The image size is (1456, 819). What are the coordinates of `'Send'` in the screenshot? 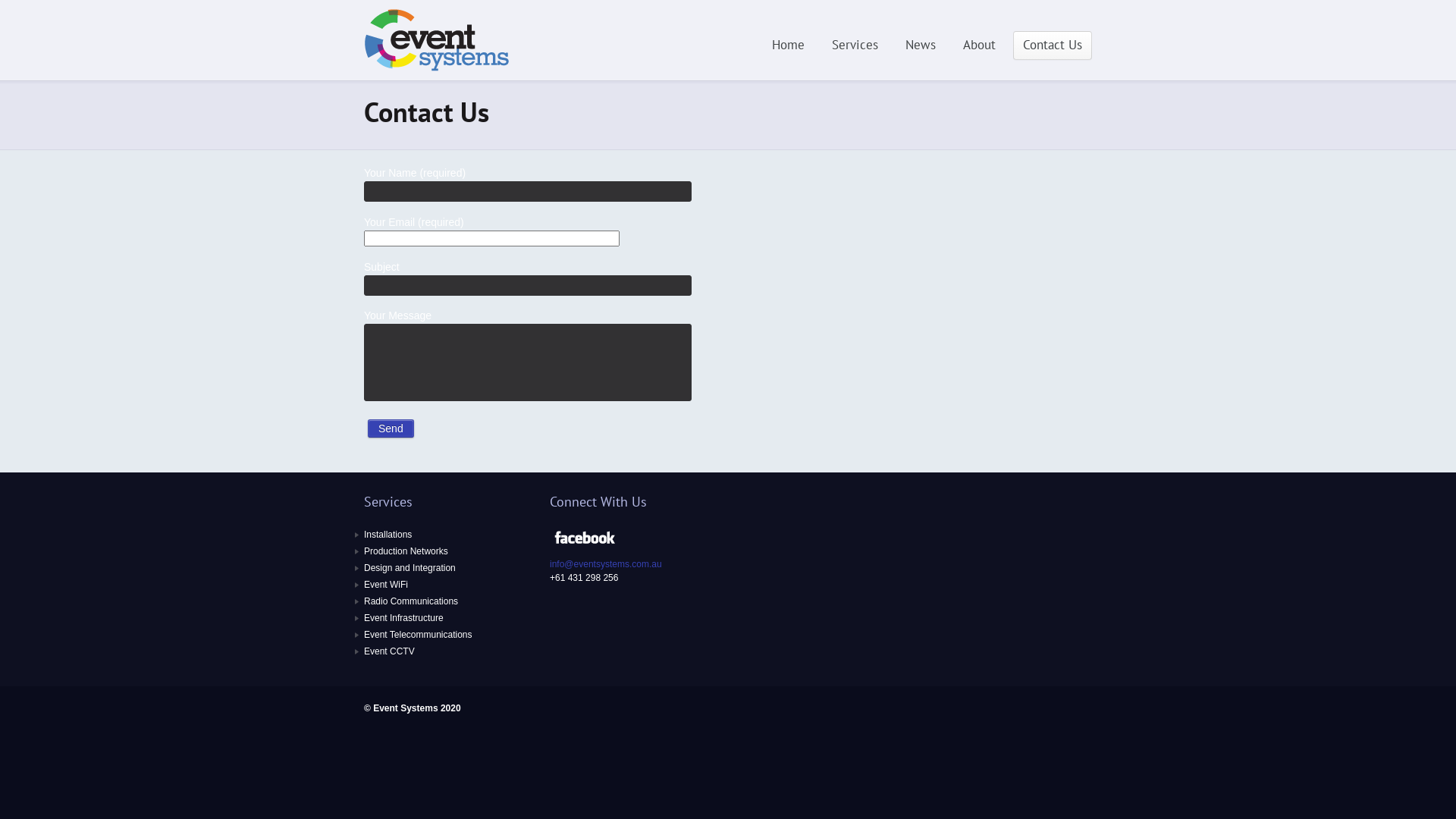 It's located at (391, 428).